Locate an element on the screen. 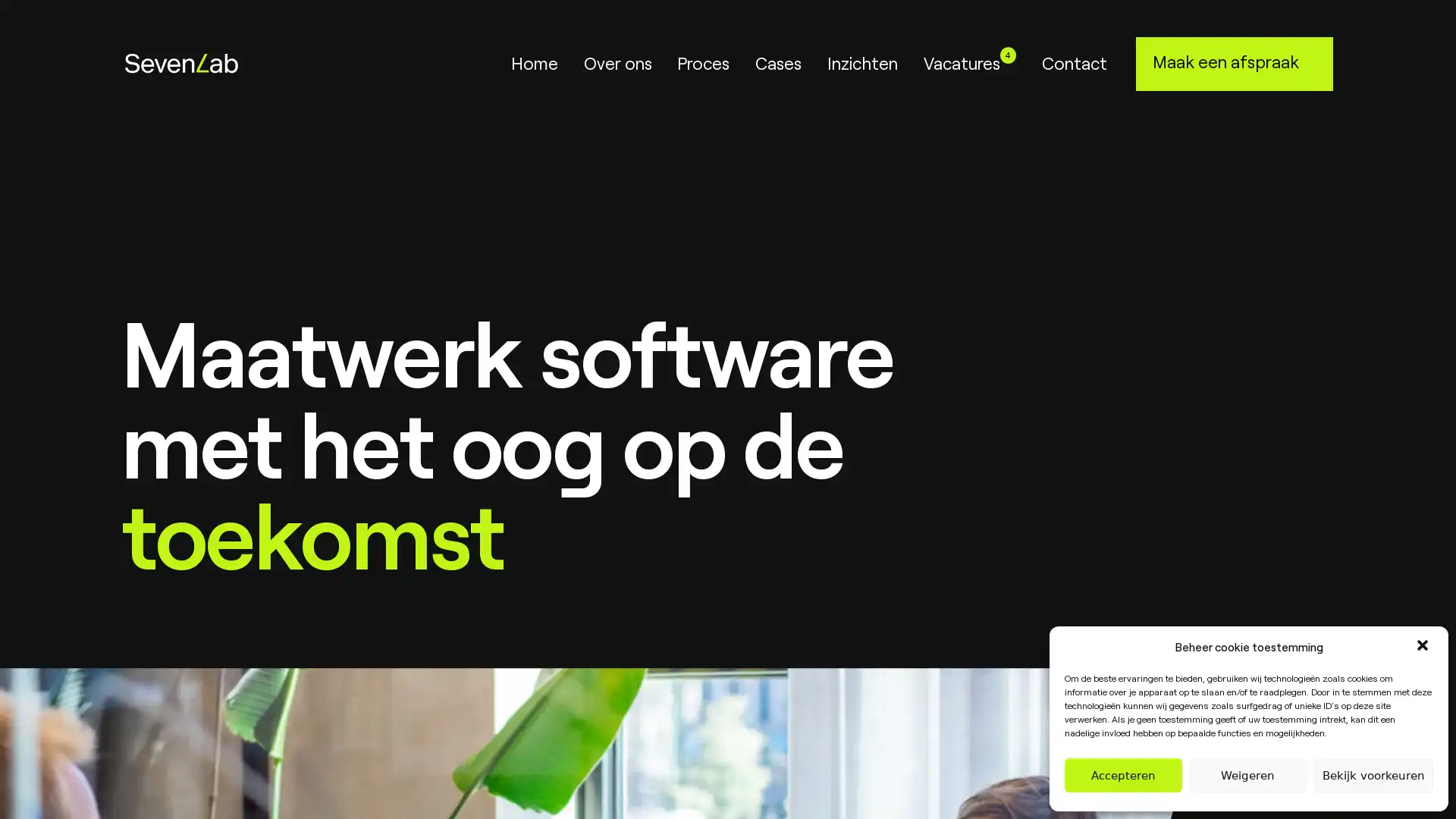 This screenshot has width=1456, height=819. Bekijk voorkeuren is located at coordinates (1373, 775).